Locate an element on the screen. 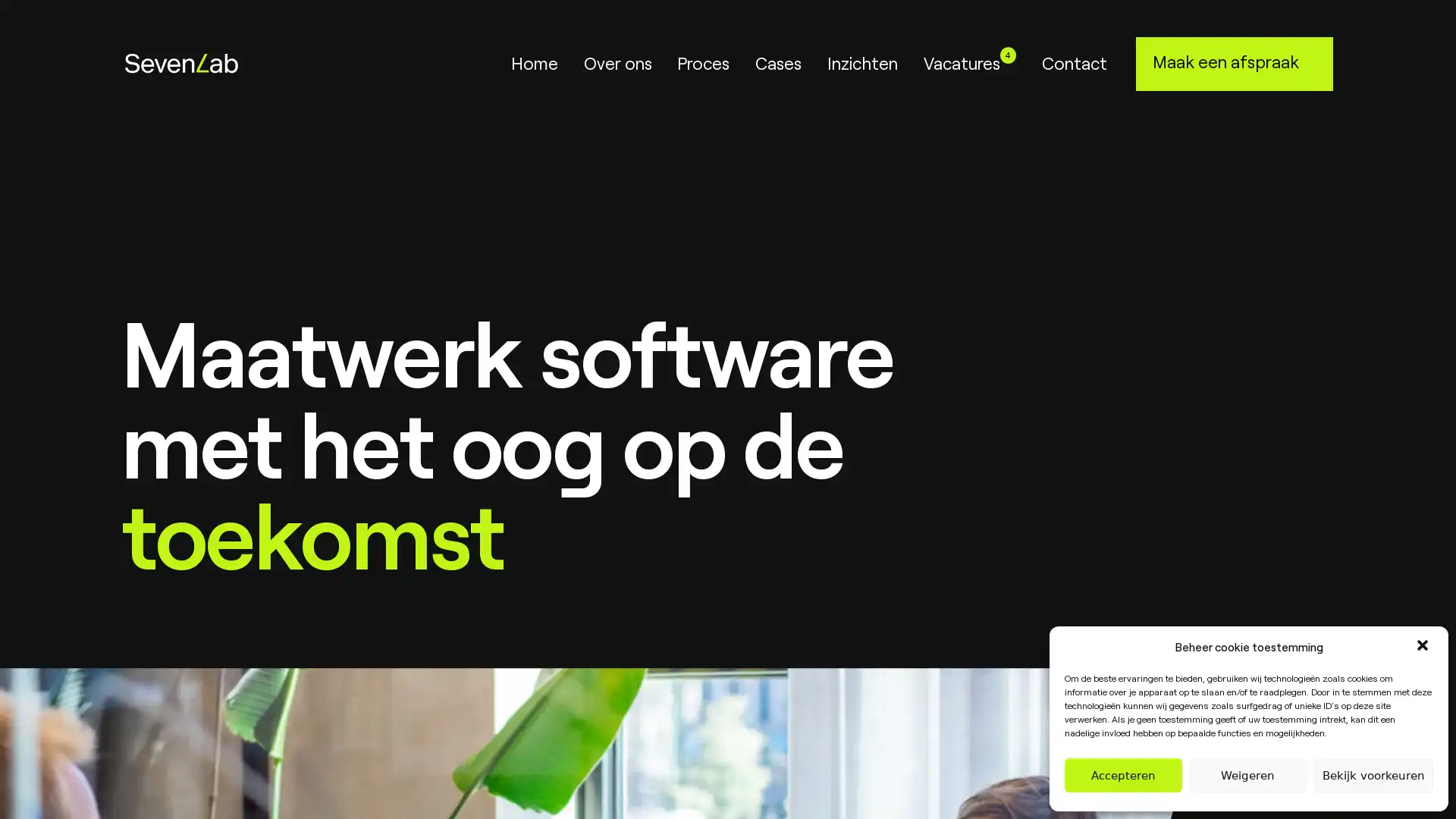 This screenshot has width=1456, height=819. Bekijk voorkeuren is located at coordinates (1373, 775).